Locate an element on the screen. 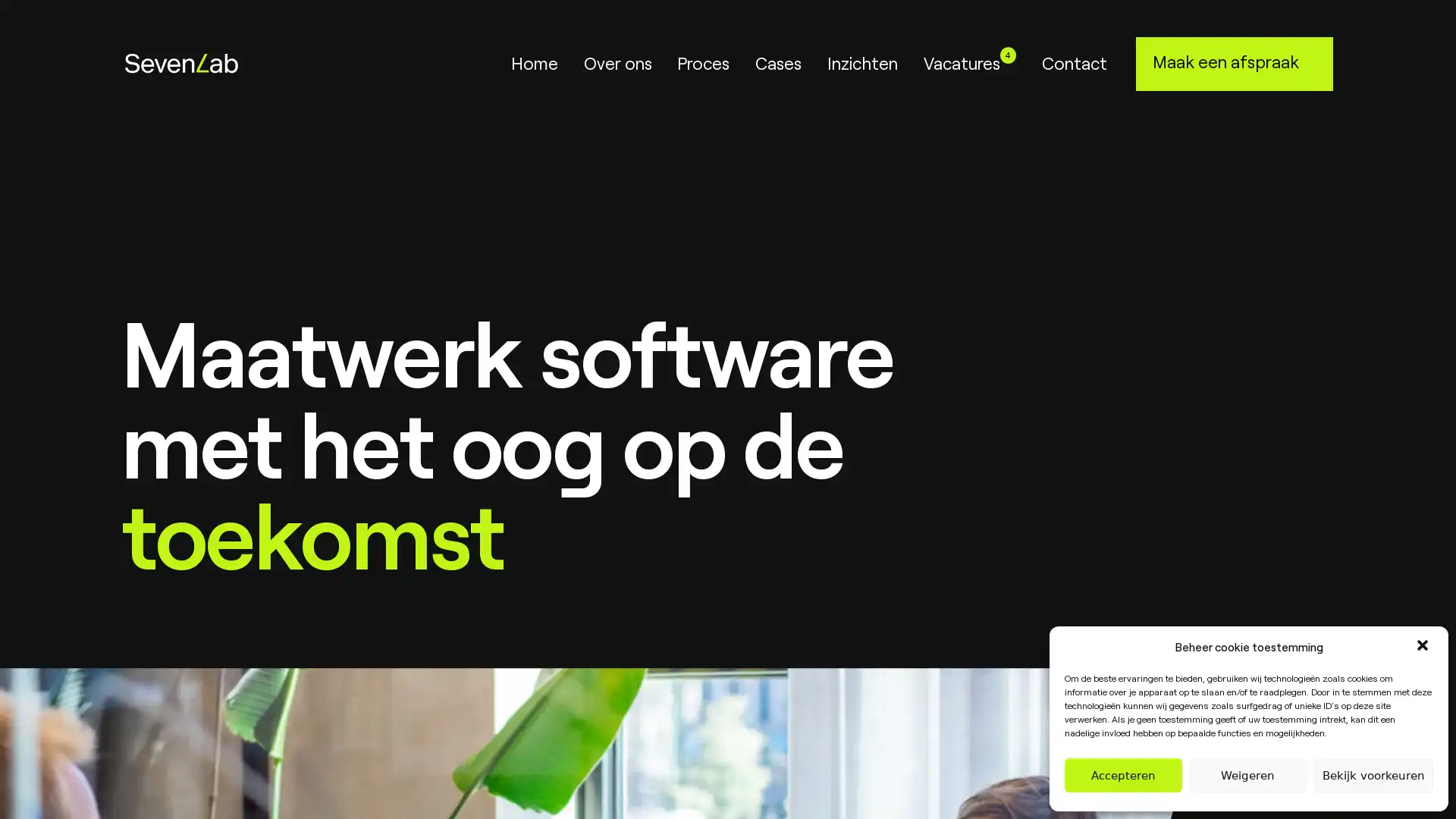 This screenshot has width=1456, height=819. Bekijk voorkeuren is located at coordinates (1373, 775).